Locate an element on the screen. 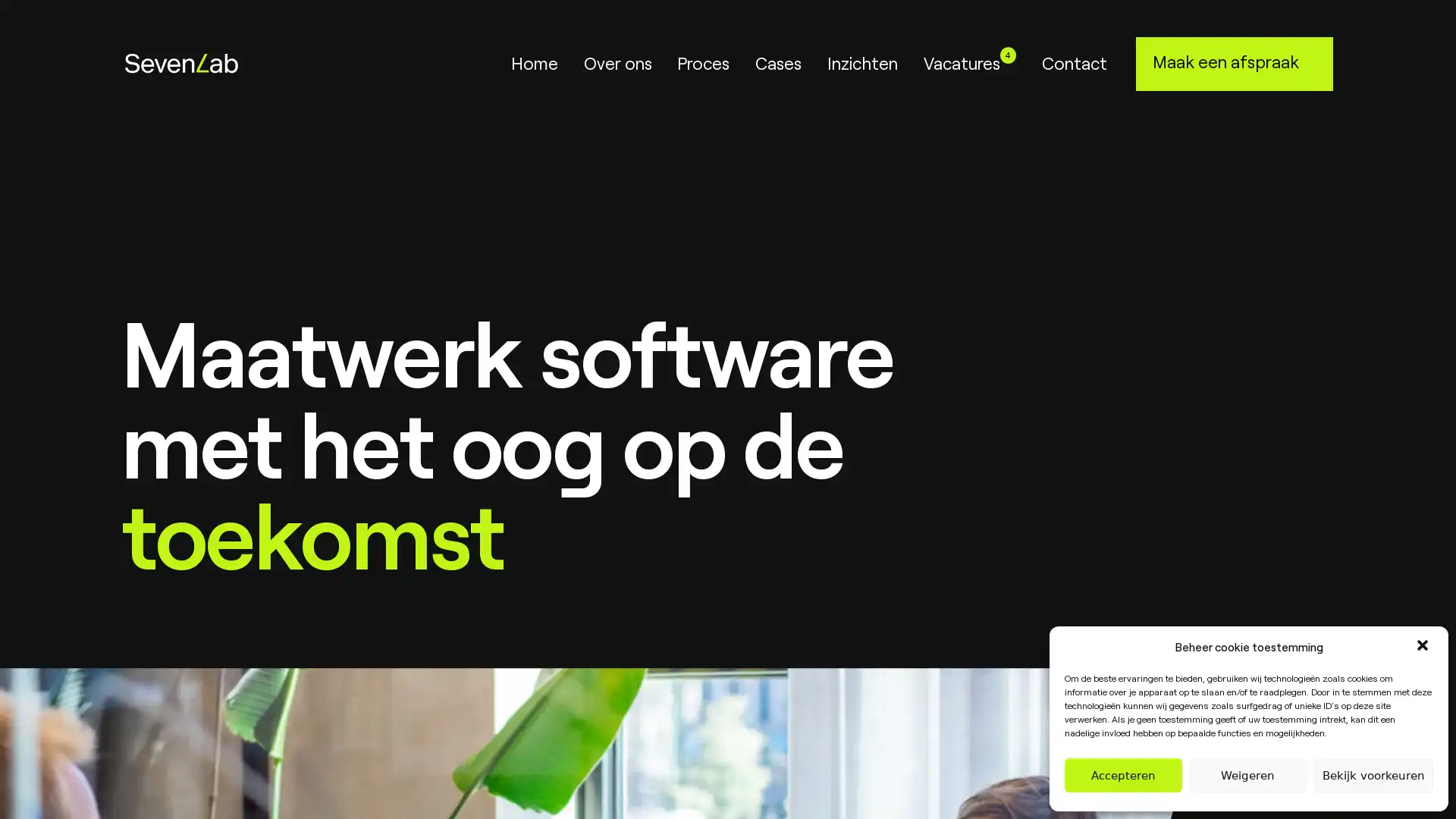 This screenshot has width=1456, height=819. Bekijk voorkeuren is located at coordinates (1373, 775).